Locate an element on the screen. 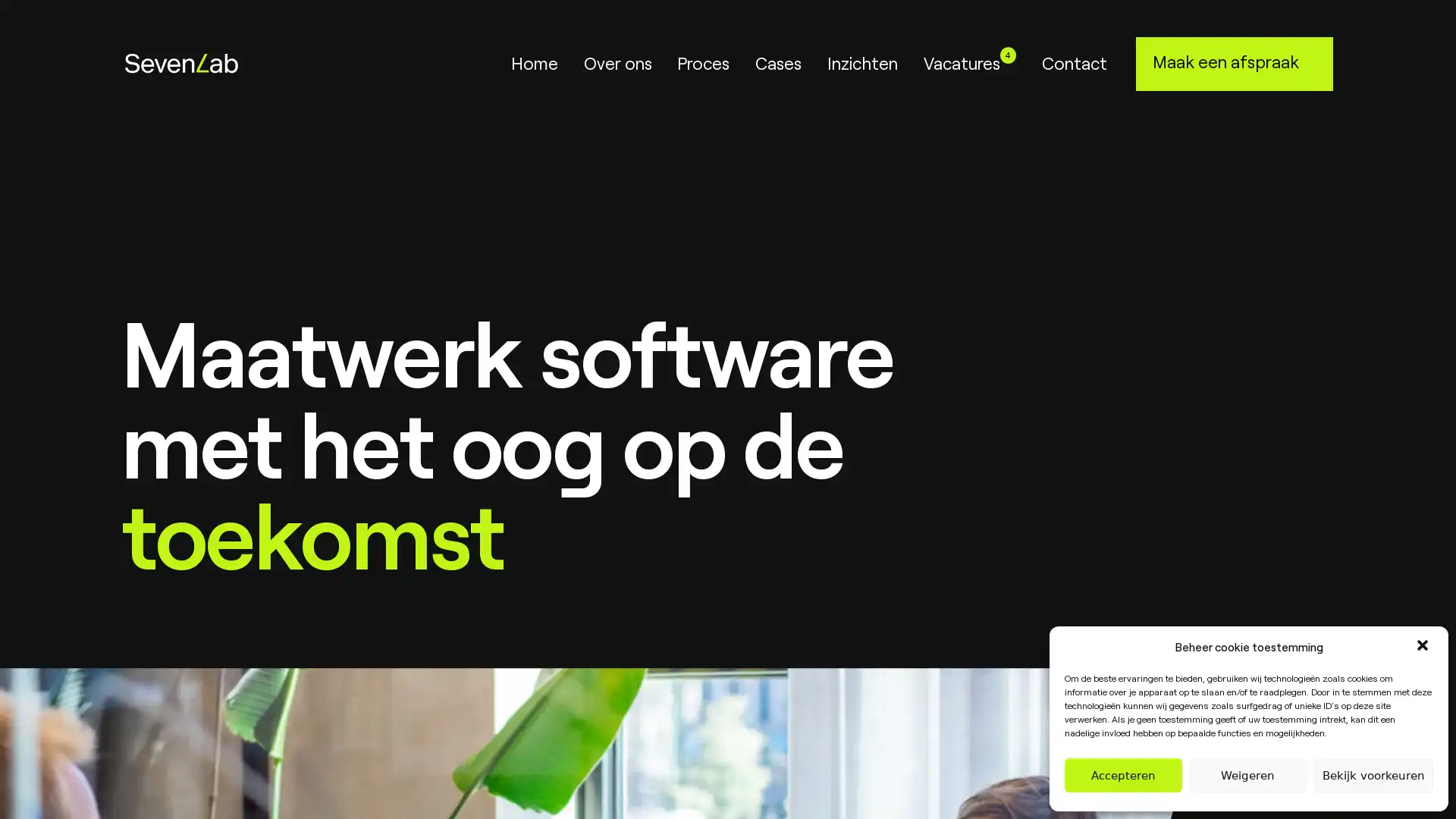 This screenshot has width=1456, height=819. Bekijk voorkeuren is located at coordinates (1373, 775).